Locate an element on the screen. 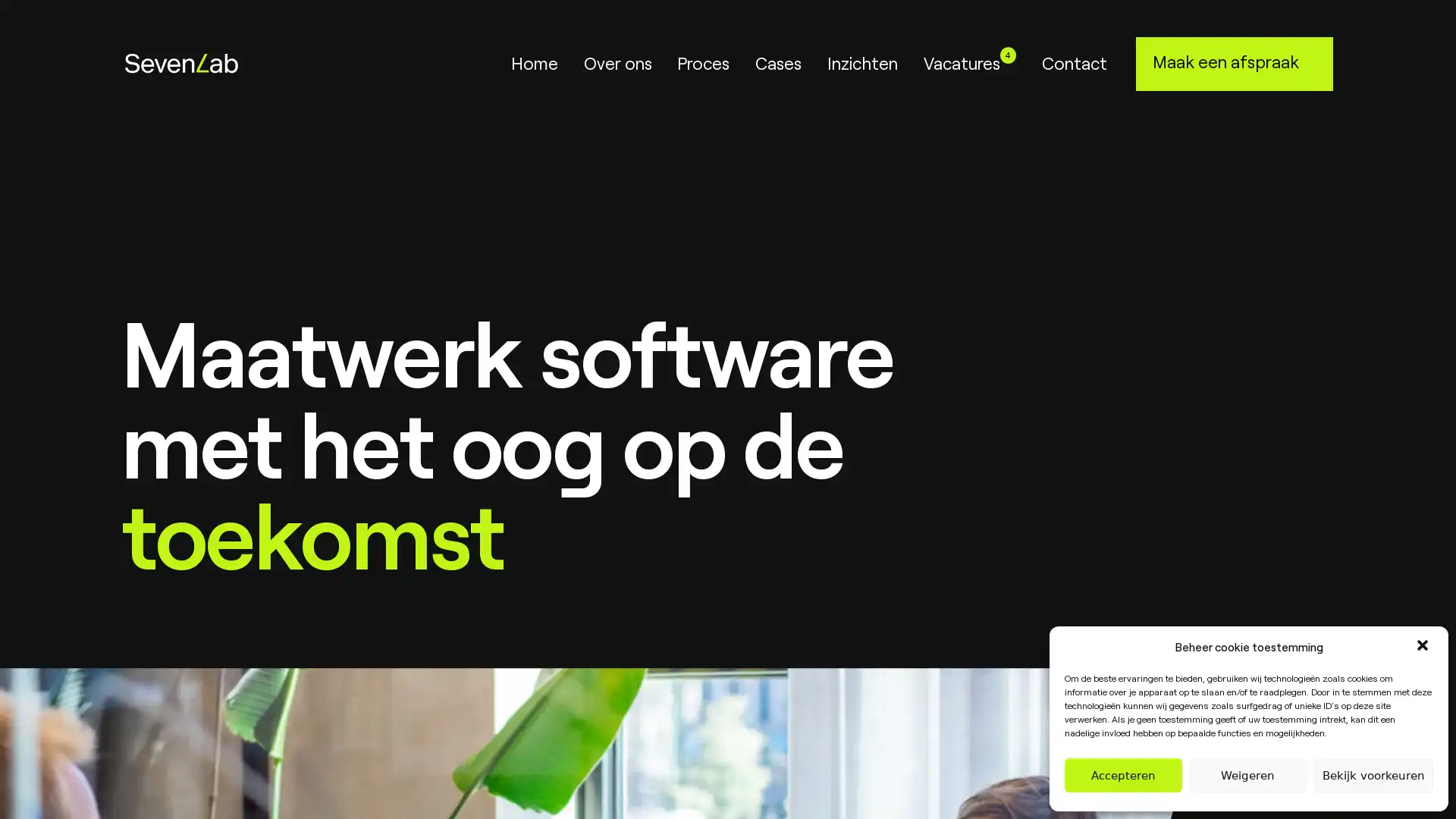 This screenshot has width=1456, height=819. Bekijk voorkeuren is located at coordinates (1373, 775).